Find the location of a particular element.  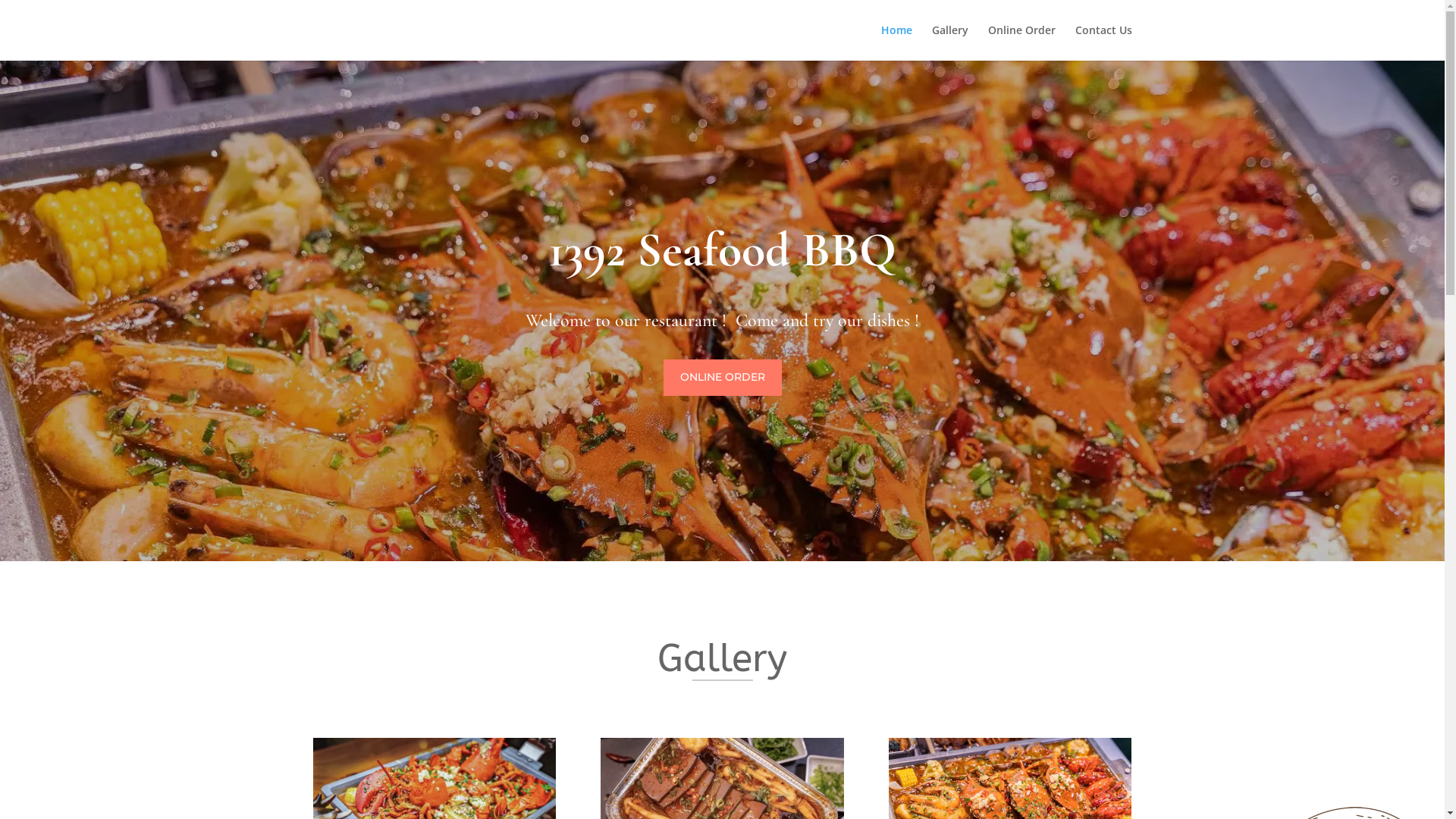

'Gallery' is located at coordinates (949, 42).